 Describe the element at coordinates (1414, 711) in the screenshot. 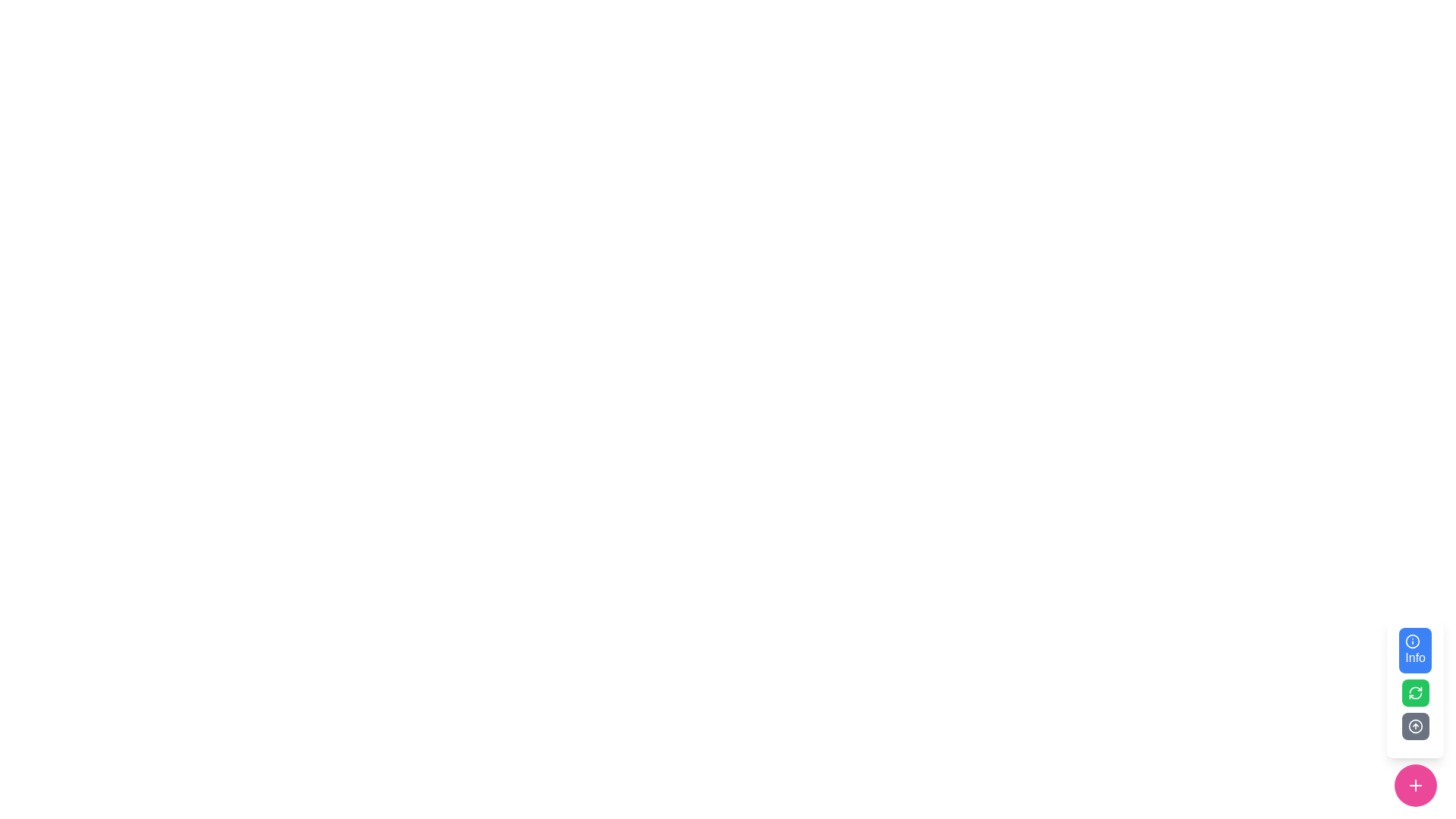

I see `the scroll-to-top button located in the bottom-right corner of the interface, which is the third item in the vertical stack, to interact with its hover state` at that location.